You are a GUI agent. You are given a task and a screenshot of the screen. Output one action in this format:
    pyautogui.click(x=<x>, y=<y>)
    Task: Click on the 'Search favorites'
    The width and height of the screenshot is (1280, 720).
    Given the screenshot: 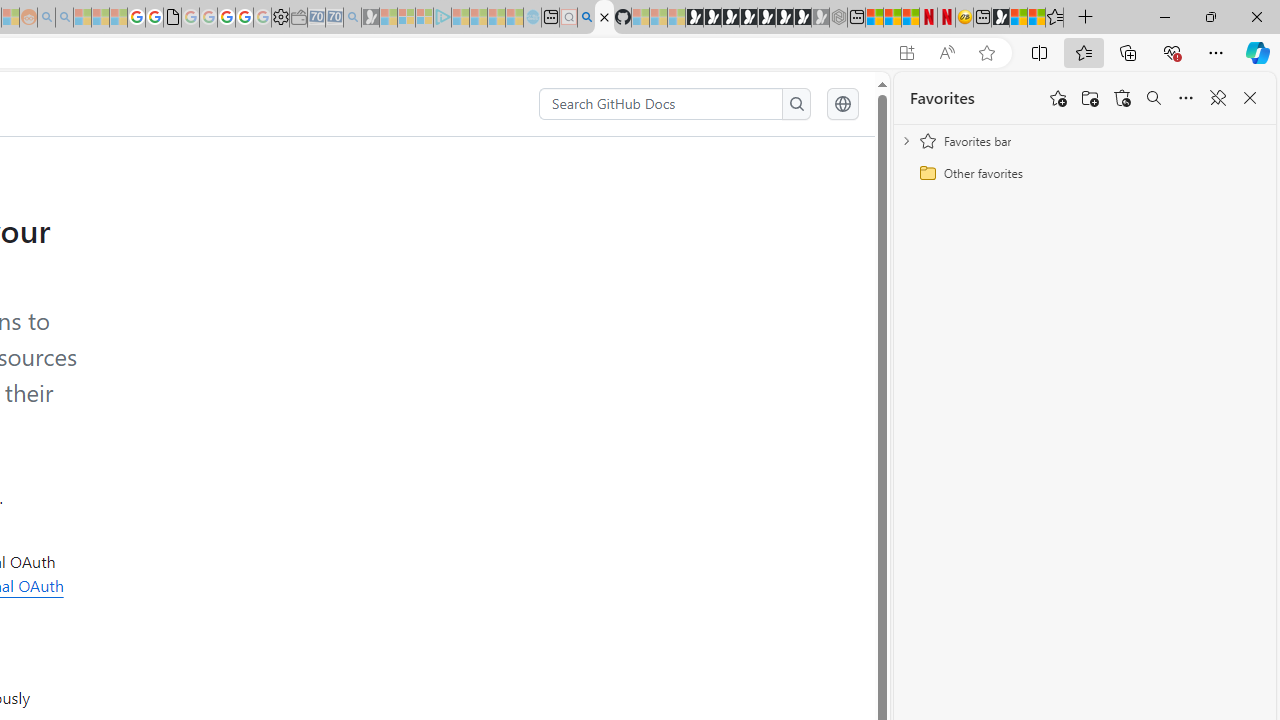 What is the action you would take?
    pyautogui.click(x=1153, y=98)
    